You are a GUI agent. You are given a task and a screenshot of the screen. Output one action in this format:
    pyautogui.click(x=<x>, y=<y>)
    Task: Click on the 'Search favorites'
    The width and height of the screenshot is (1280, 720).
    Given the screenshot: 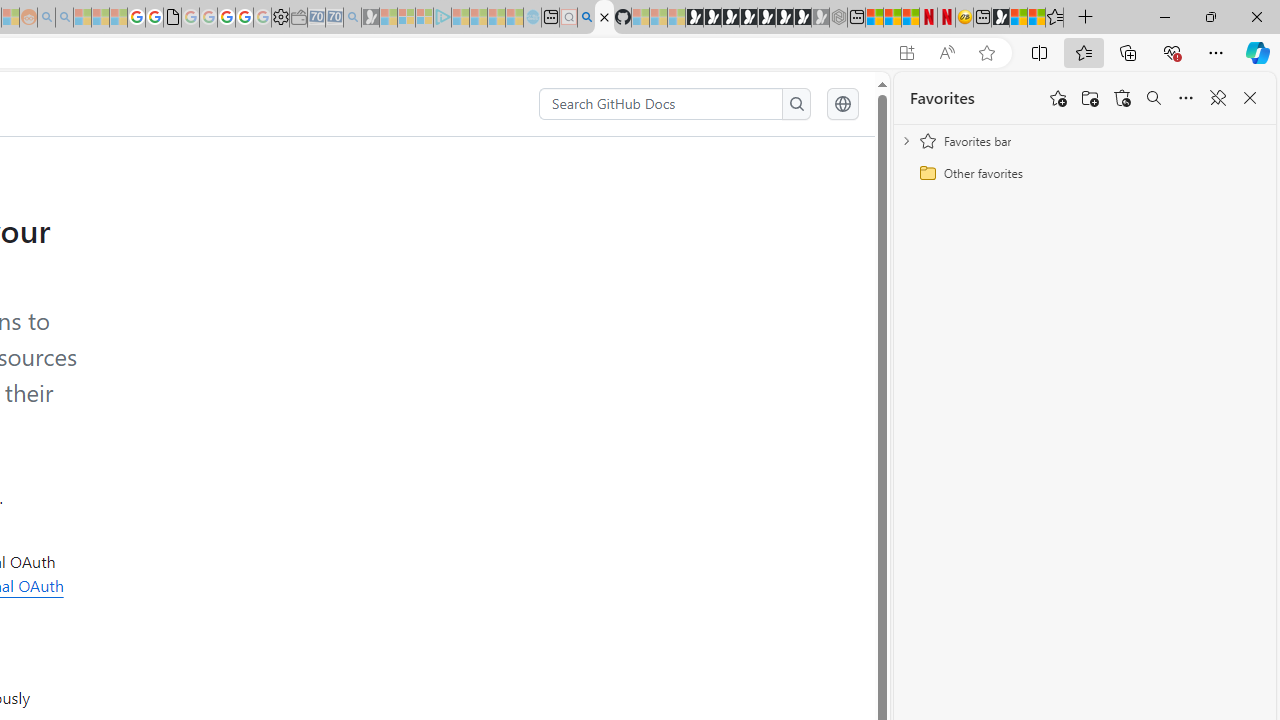 What is the action you would take?
    pyautogui.click(x=1153, y=98)
    